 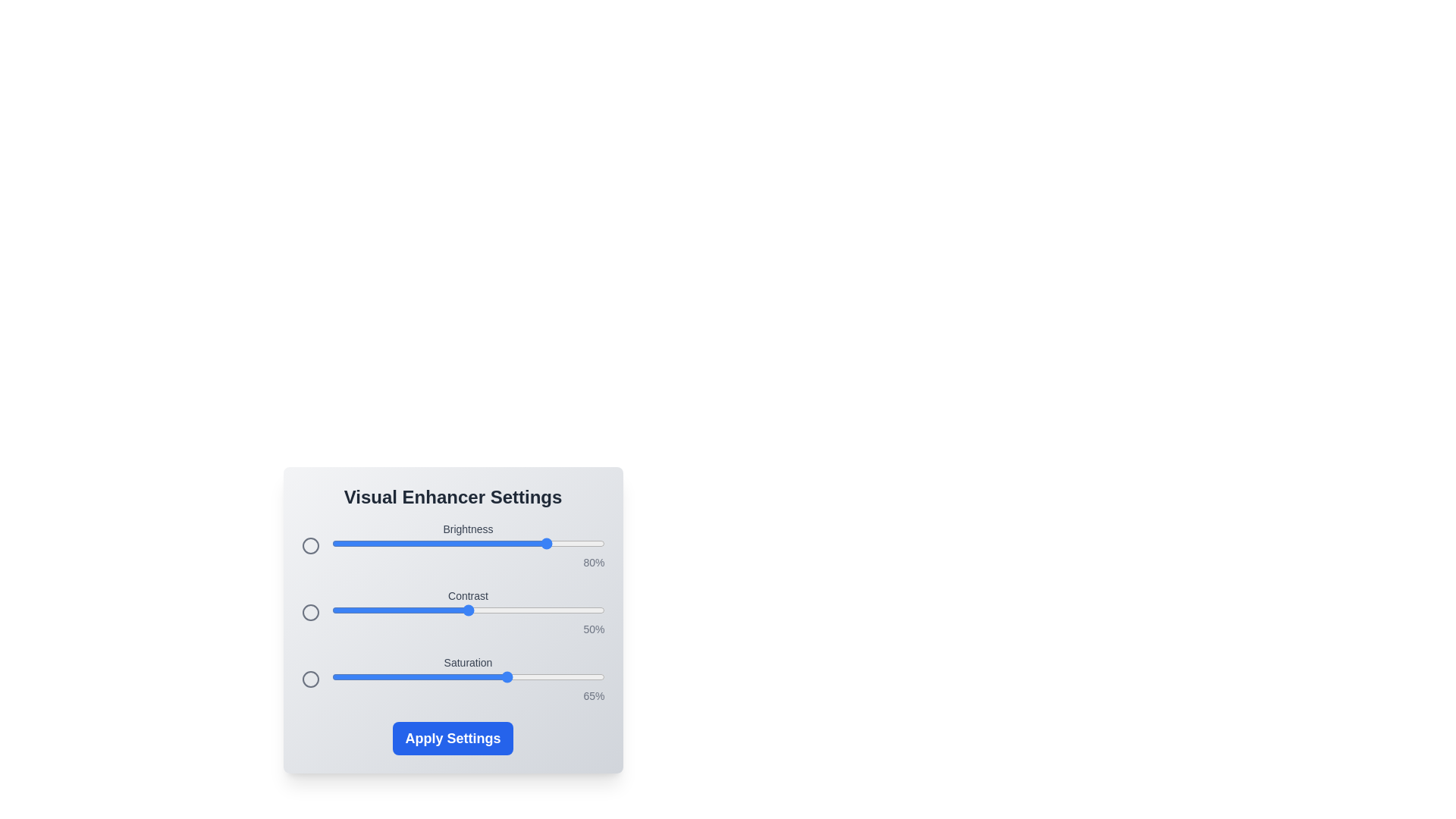 What do you see at coordinates (408, 610) in the screenshot?
I see `the 1 slider to 28%` at bounding box center [408, 610].